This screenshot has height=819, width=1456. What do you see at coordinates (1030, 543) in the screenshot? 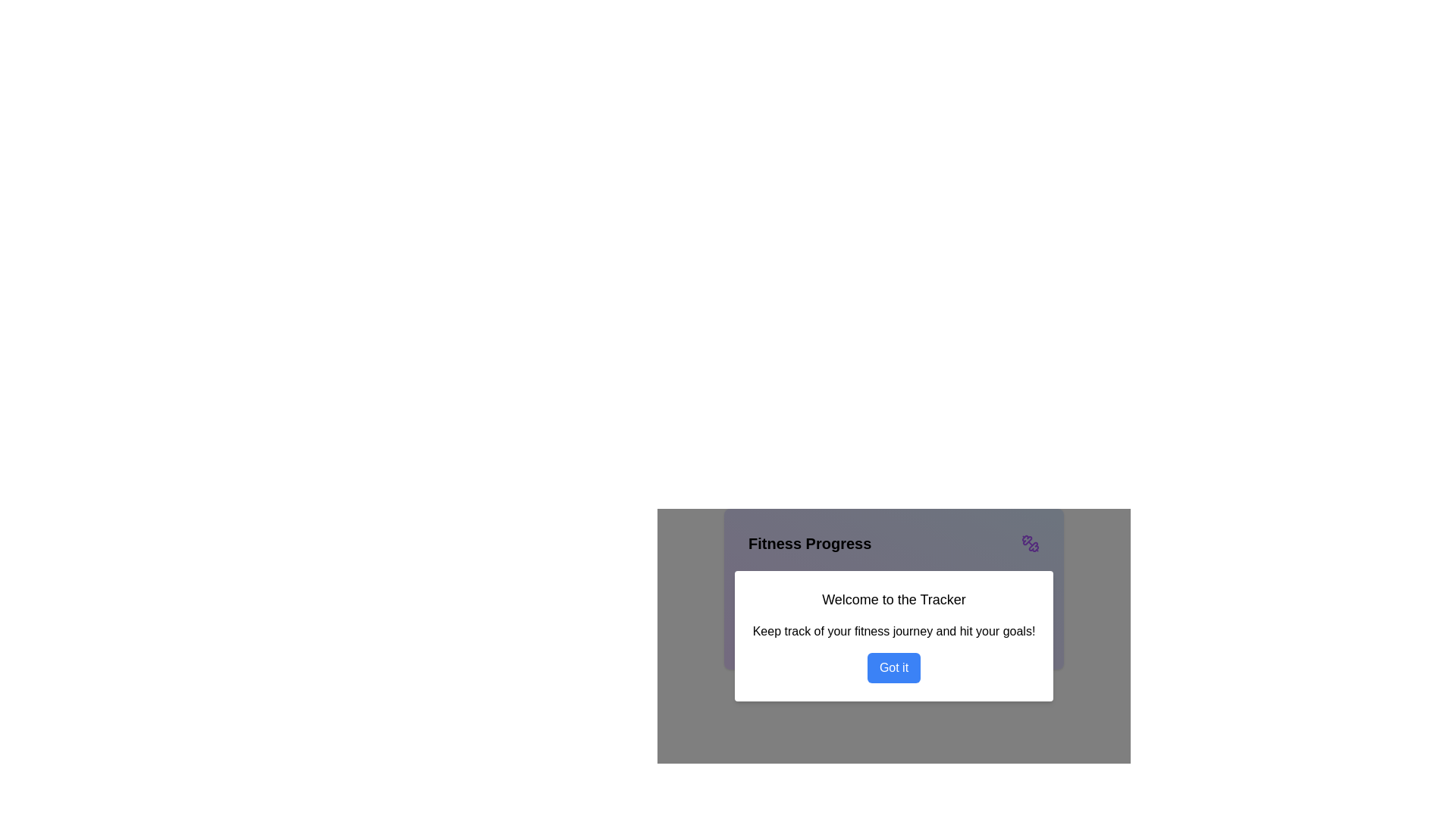
I see `the purple dumbbell icon located to the right of the 'Fitness Progress' text in the header section` at bounding box center [1030, 543].